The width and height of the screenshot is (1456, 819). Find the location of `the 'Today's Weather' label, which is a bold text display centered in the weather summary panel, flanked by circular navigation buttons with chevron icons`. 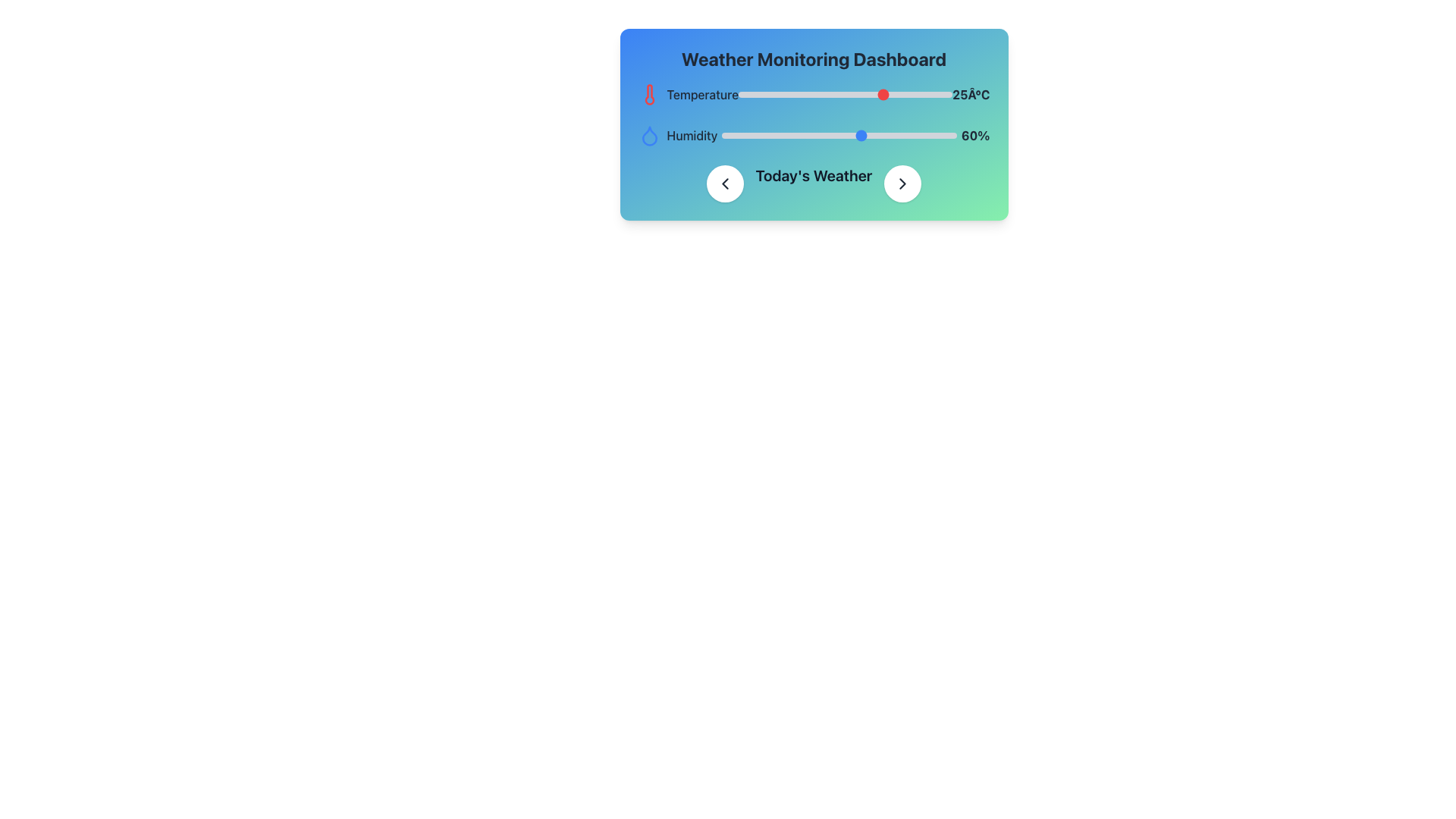

the 'Today's Weather' label, which is a bold text display centered in the weather summary panel, flanked by circular navigation buttons with chevron icons is located at coordinates (813, 183).